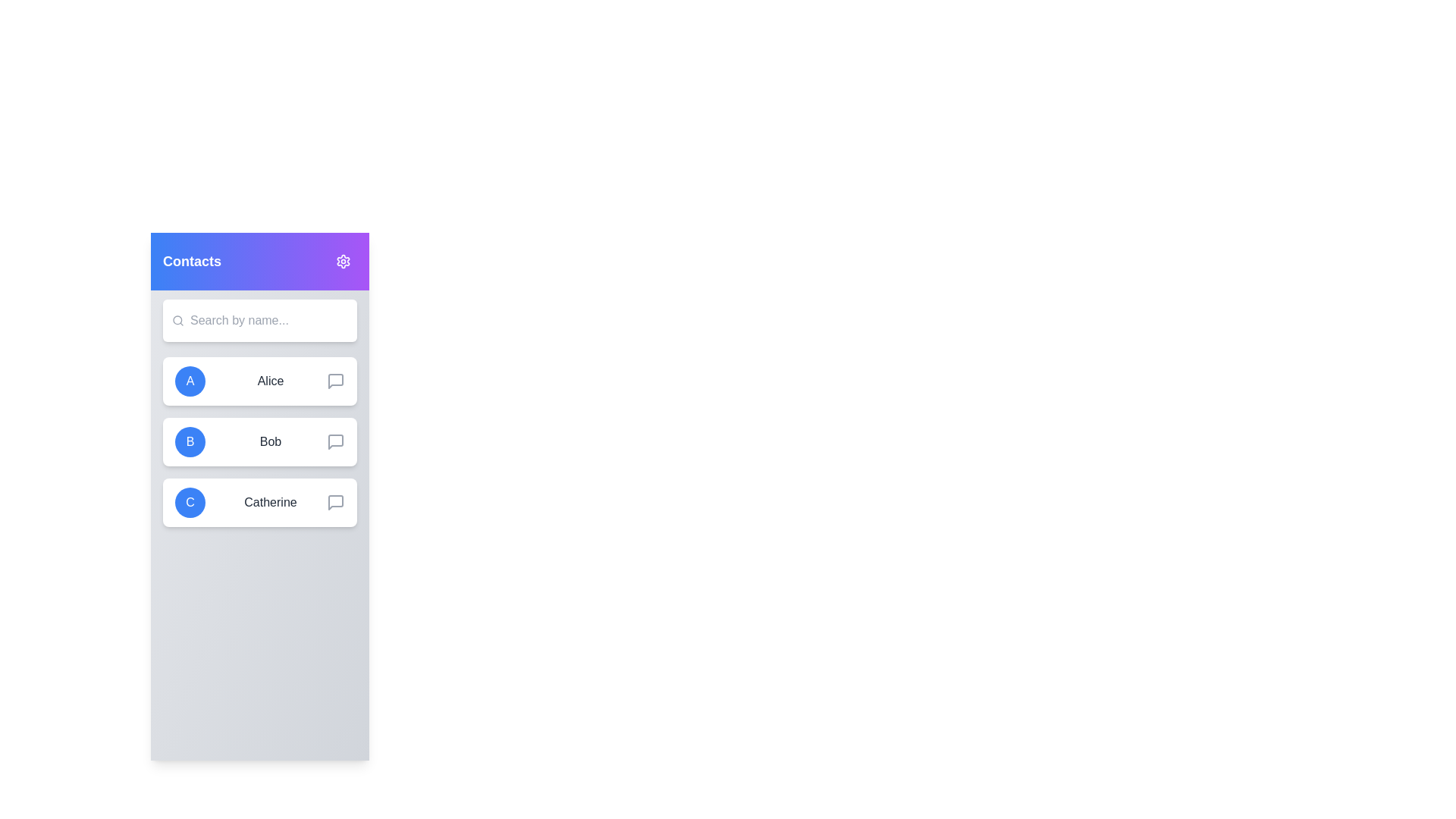  I want to click on the avatar of Alice, so click(189, 380).